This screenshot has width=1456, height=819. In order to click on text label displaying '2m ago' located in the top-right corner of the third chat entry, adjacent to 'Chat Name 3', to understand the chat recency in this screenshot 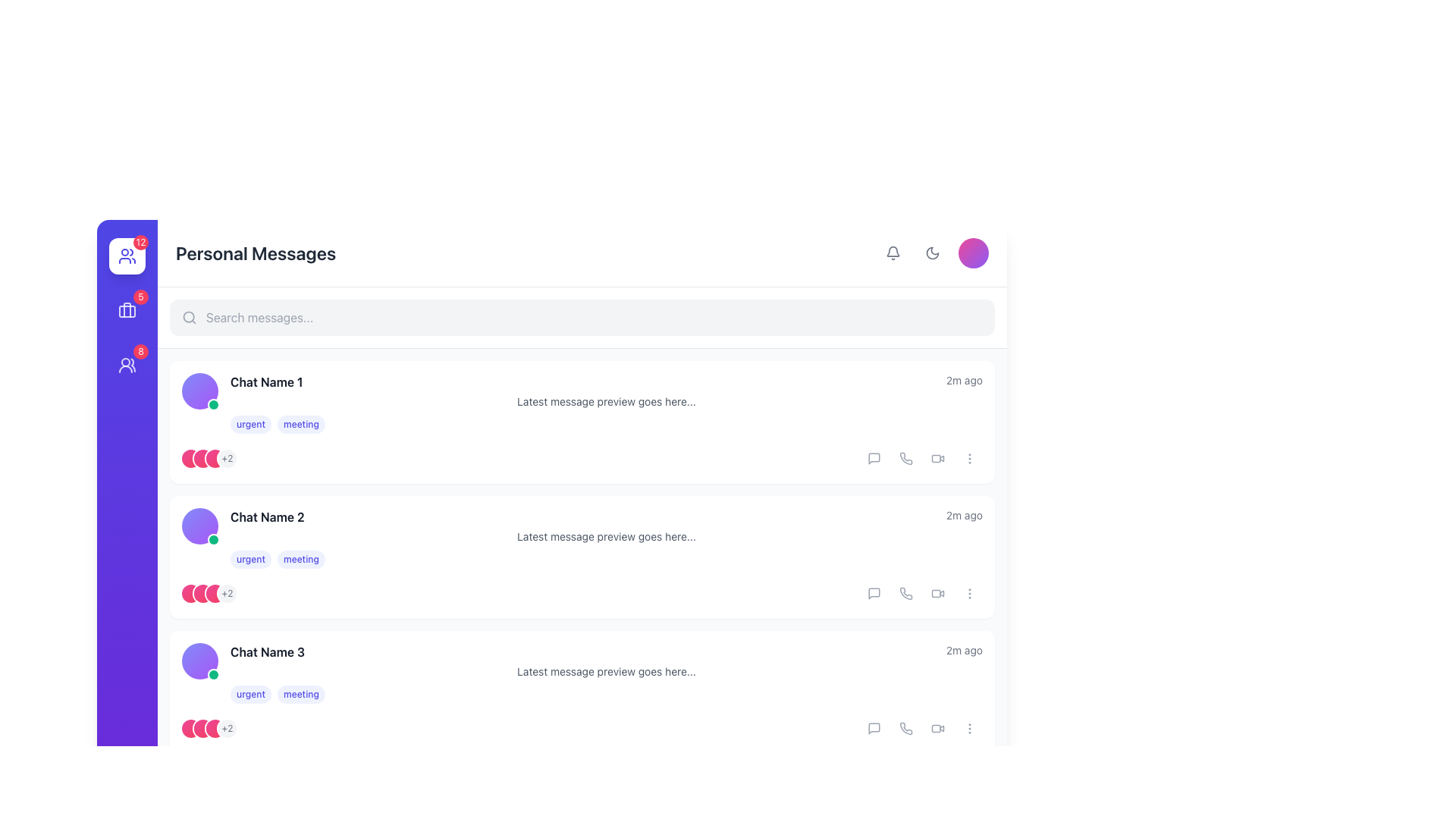, I will do `click(963, 649)`.